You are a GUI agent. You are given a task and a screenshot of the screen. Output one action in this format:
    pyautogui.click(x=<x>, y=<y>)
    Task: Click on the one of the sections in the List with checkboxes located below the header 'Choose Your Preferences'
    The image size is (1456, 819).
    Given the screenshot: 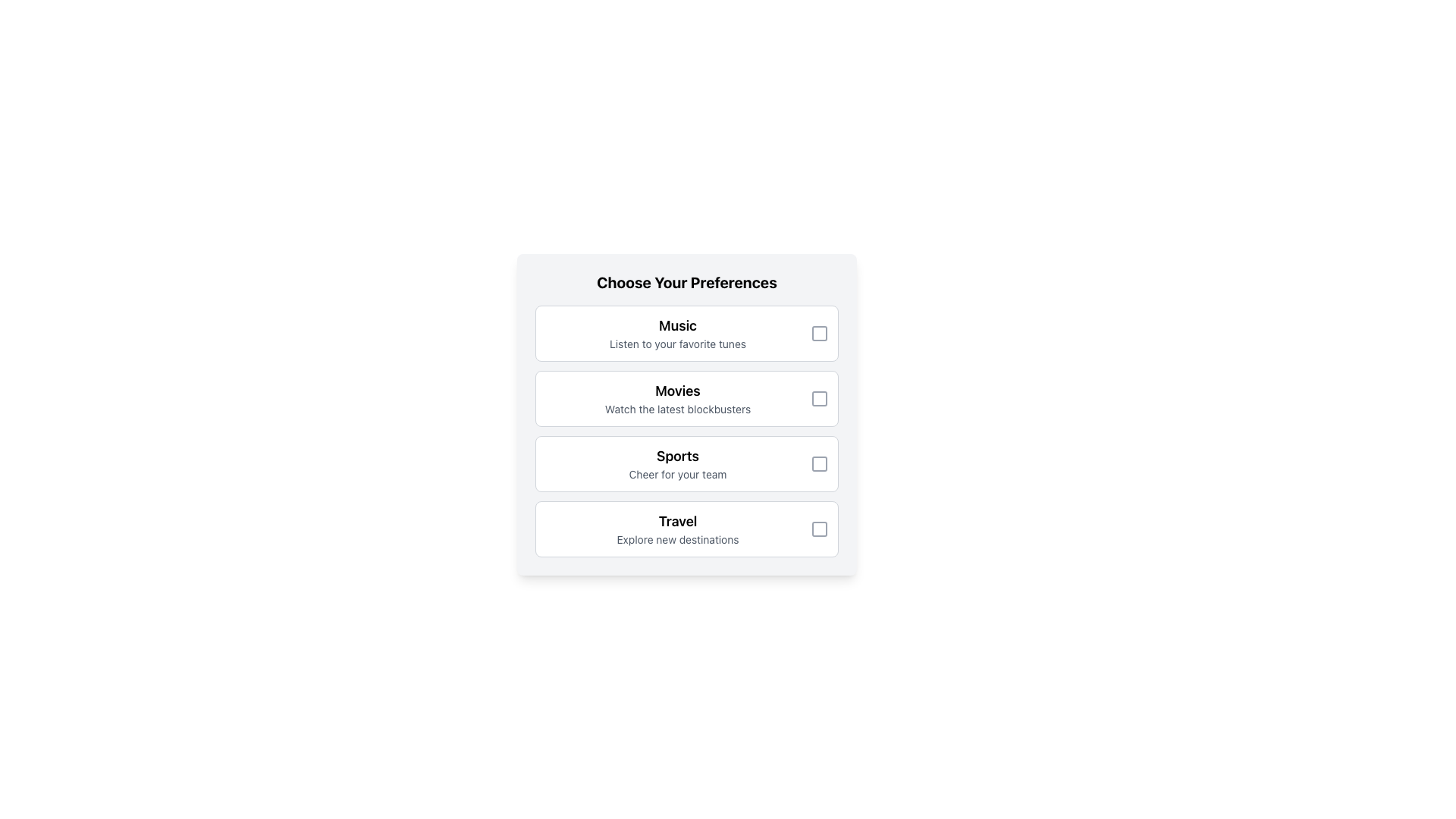 What is the action you would take?
    pyautogui.click(x=686, y=431)
    